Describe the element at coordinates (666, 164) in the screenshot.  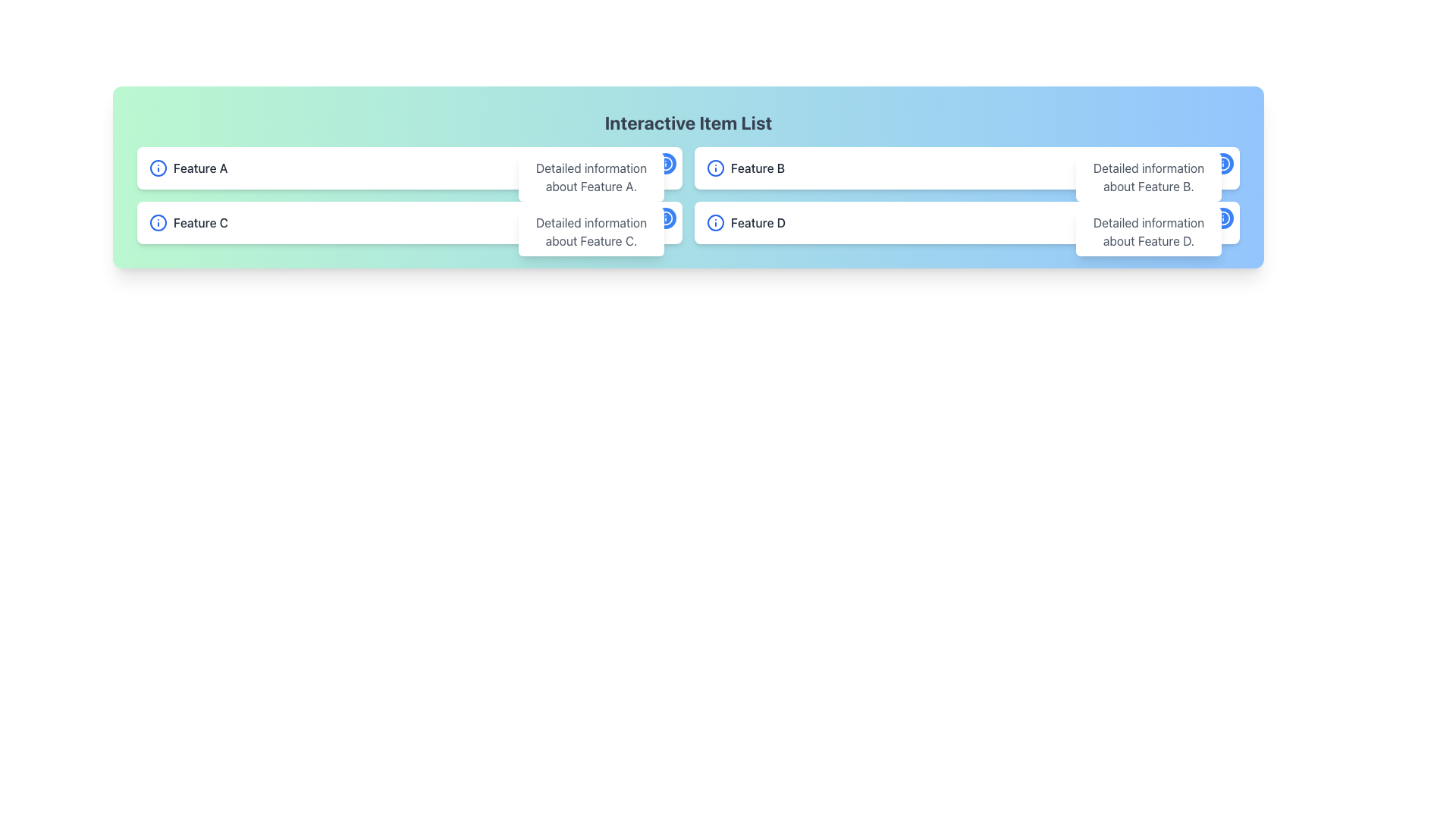
I see `the circular button with an SVG icon located in the top-right corner of the card containing 'Feature A'` at that location.